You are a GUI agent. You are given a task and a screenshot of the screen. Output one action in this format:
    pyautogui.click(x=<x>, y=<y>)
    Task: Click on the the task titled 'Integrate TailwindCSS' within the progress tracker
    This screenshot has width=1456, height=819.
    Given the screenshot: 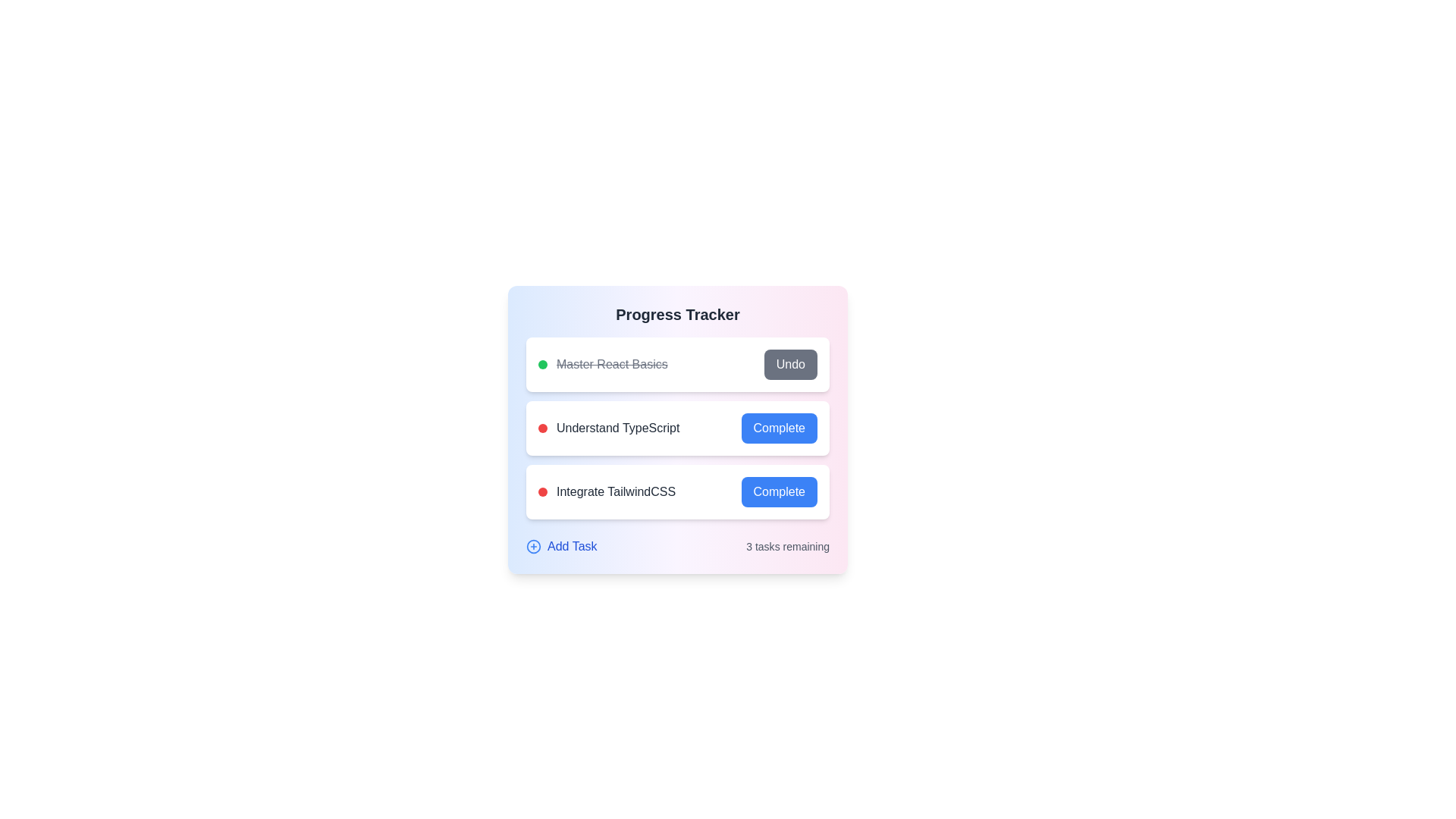 What is the action you would take?
    pyautogui.click(x=607, y=491)
    